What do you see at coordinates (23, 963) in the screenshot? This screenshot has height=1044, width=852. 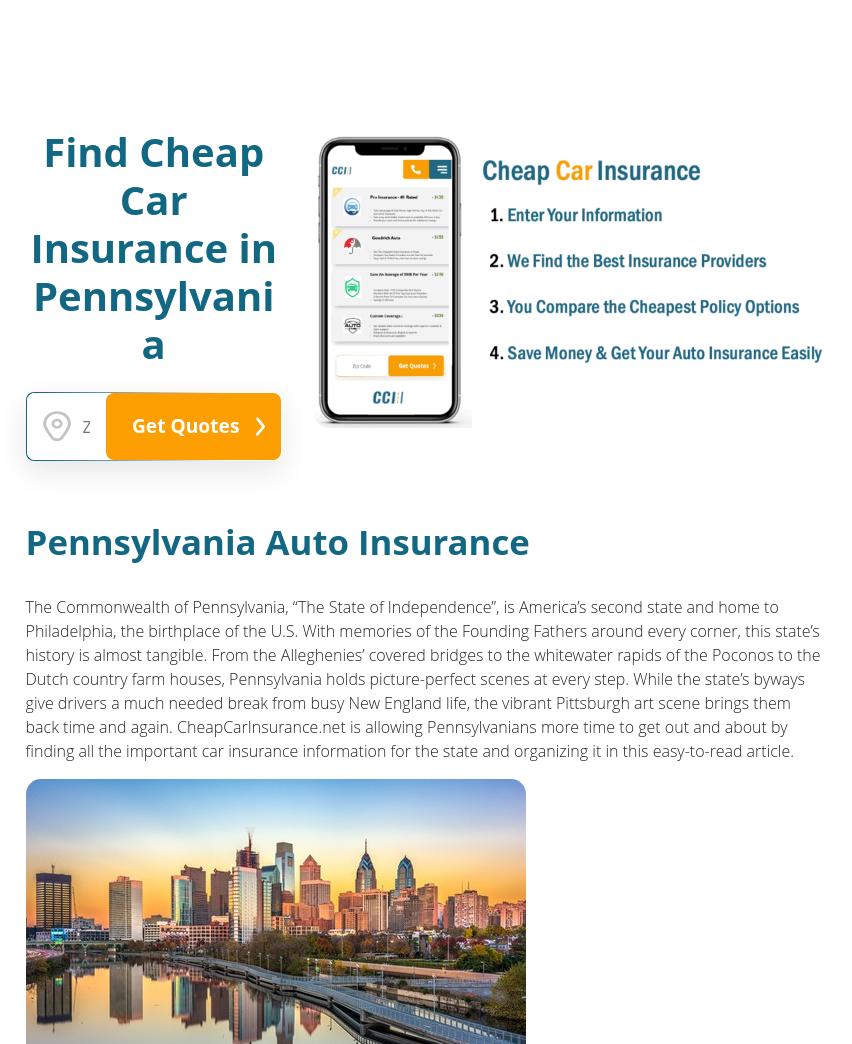 I see `'Pennsylvania Department of Transportation'` at bounding box center [23, 963].